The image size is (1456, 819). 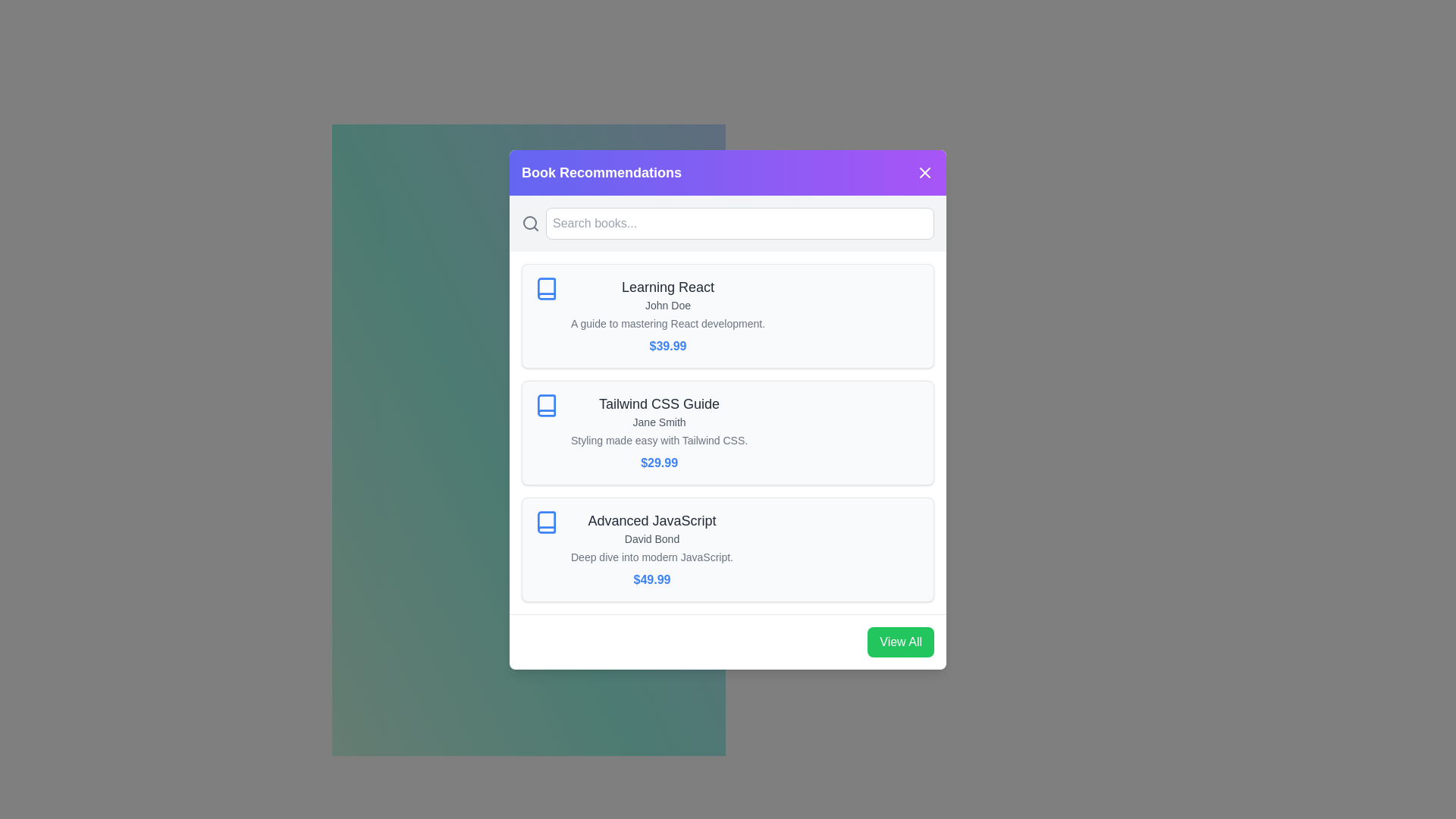 I want to click on the static text block that describes the book 'Tailwind CSS Guide', located below the author name 'Jane Smith' and above the price '$29.99', so click(x=659, y=440).